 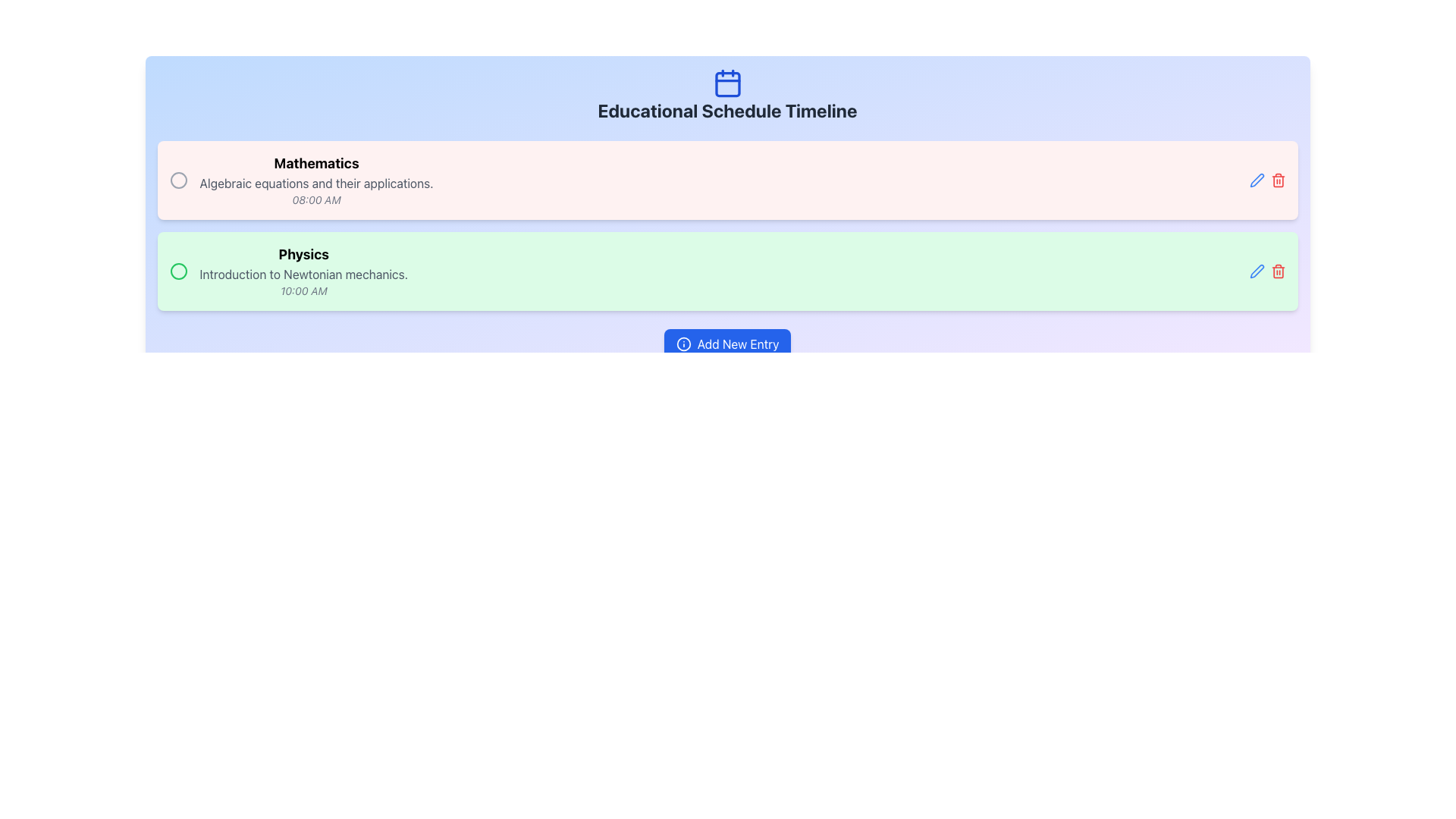 What do you see at coordinates (1277, 271) in the screenshot?
I see `the red trash can icon delete button located to the far right of the second content row labeled 'Physics'` at bounding box center [1277, 271].